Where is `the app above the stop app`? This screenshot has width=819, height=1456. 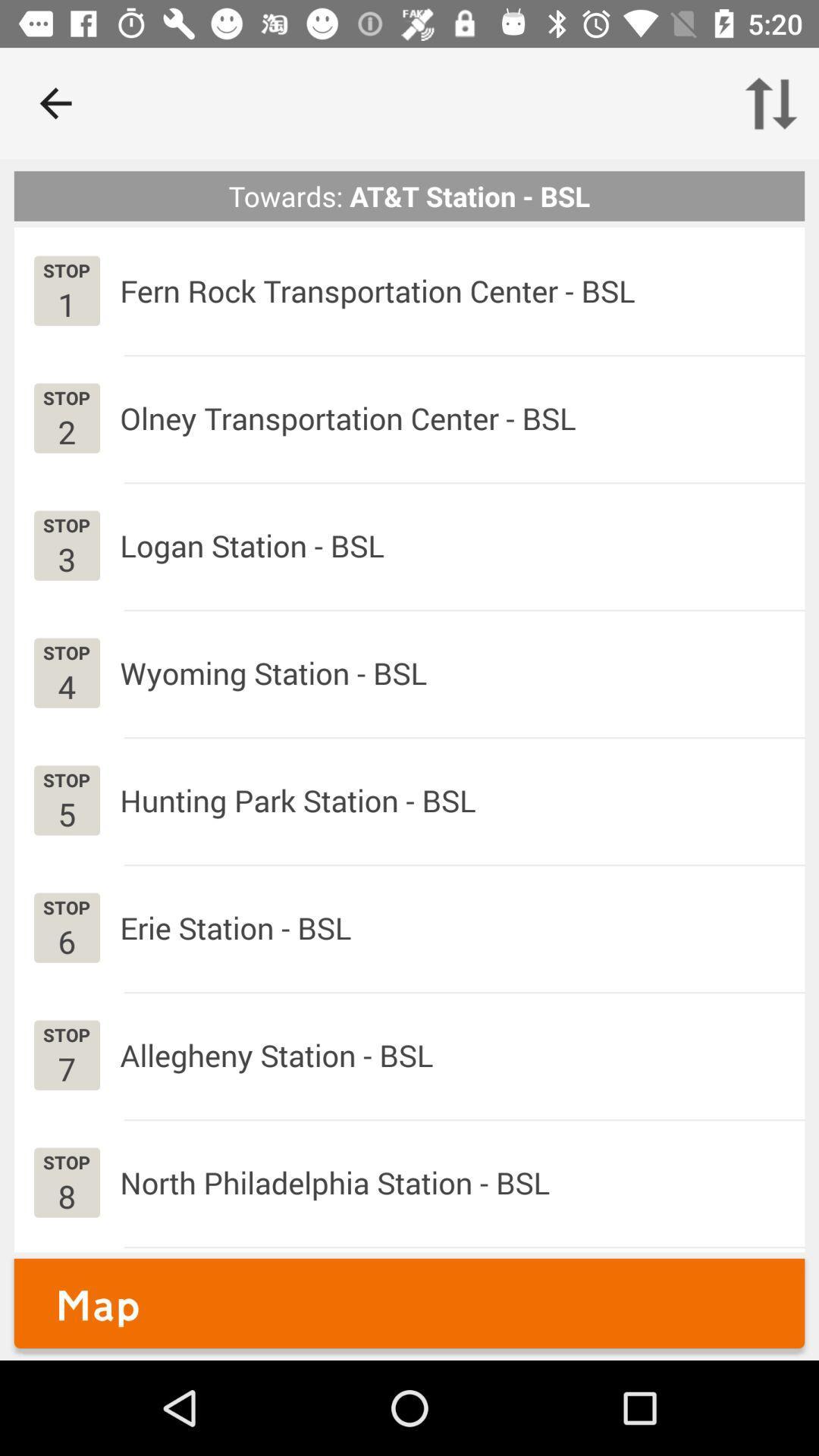 the app above the stop app is located at coordinates (66, 431).